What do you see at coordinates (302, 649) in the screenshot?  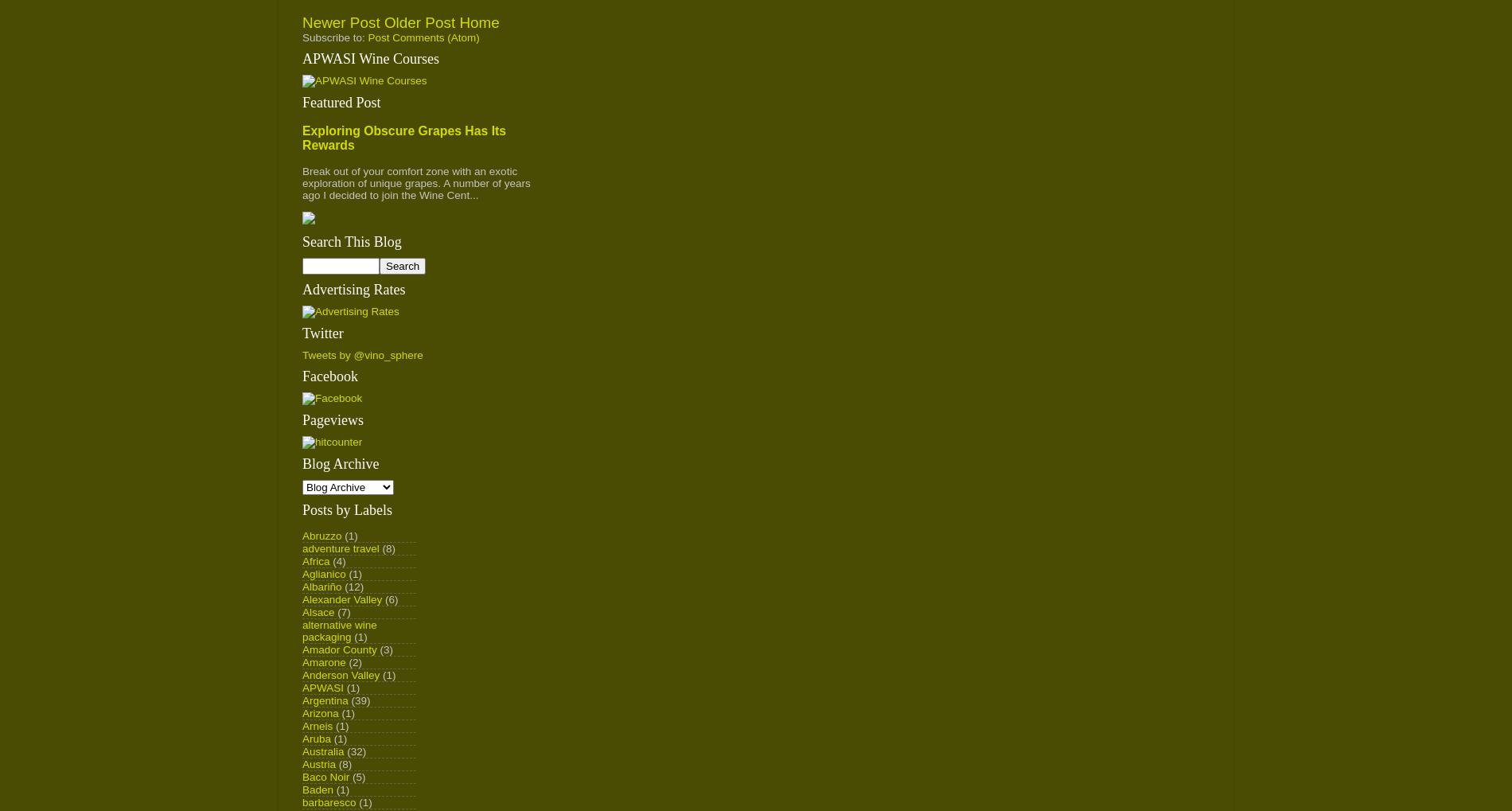 I see `'Amador County'` at bounding box center [302, 649].